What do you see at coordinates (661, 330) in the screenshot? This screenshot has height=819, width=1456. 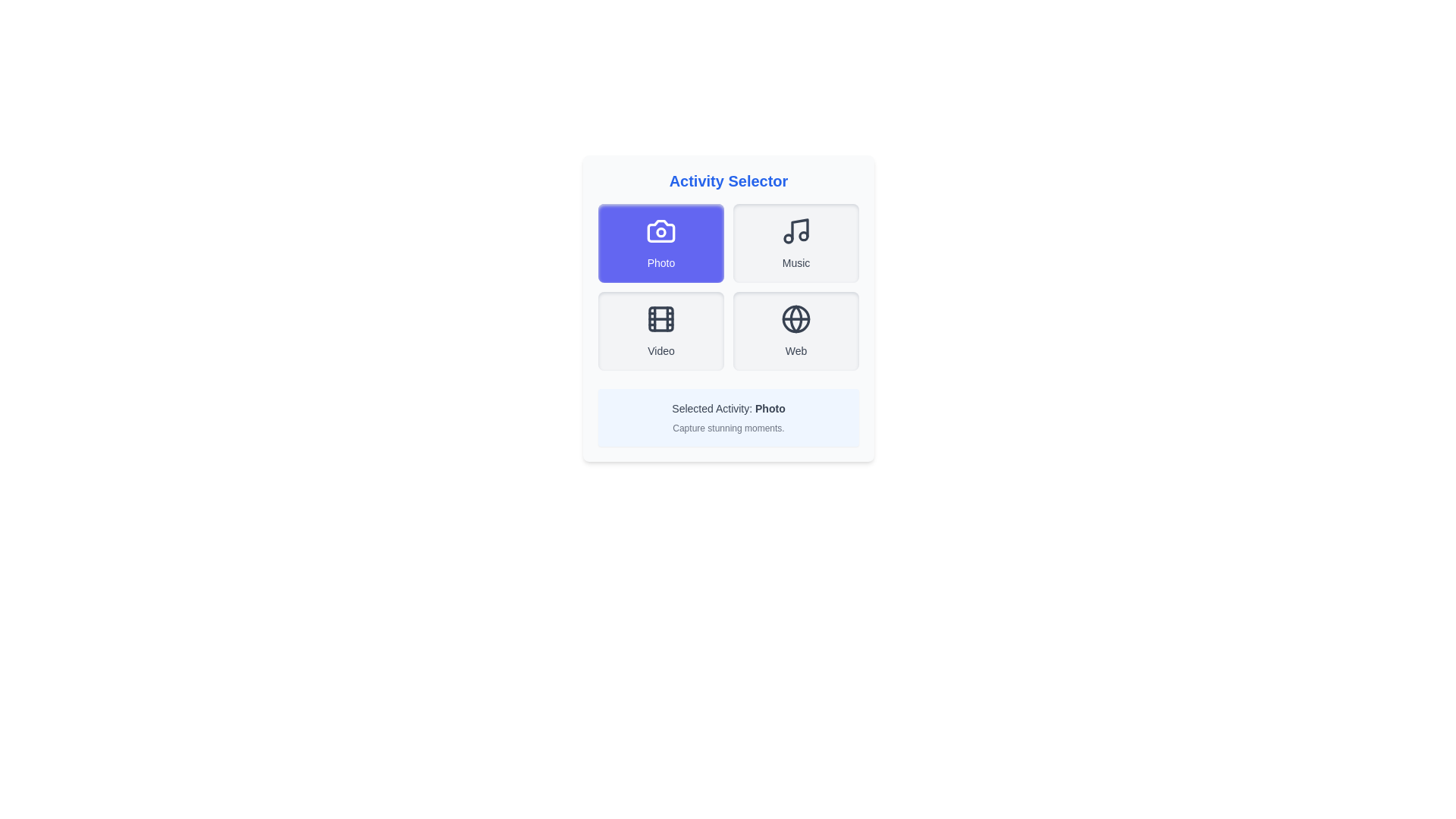 I see `the 'Video' button located in the bottom left quadrant of the Activity Selector section` at bounding box center [661, 330].